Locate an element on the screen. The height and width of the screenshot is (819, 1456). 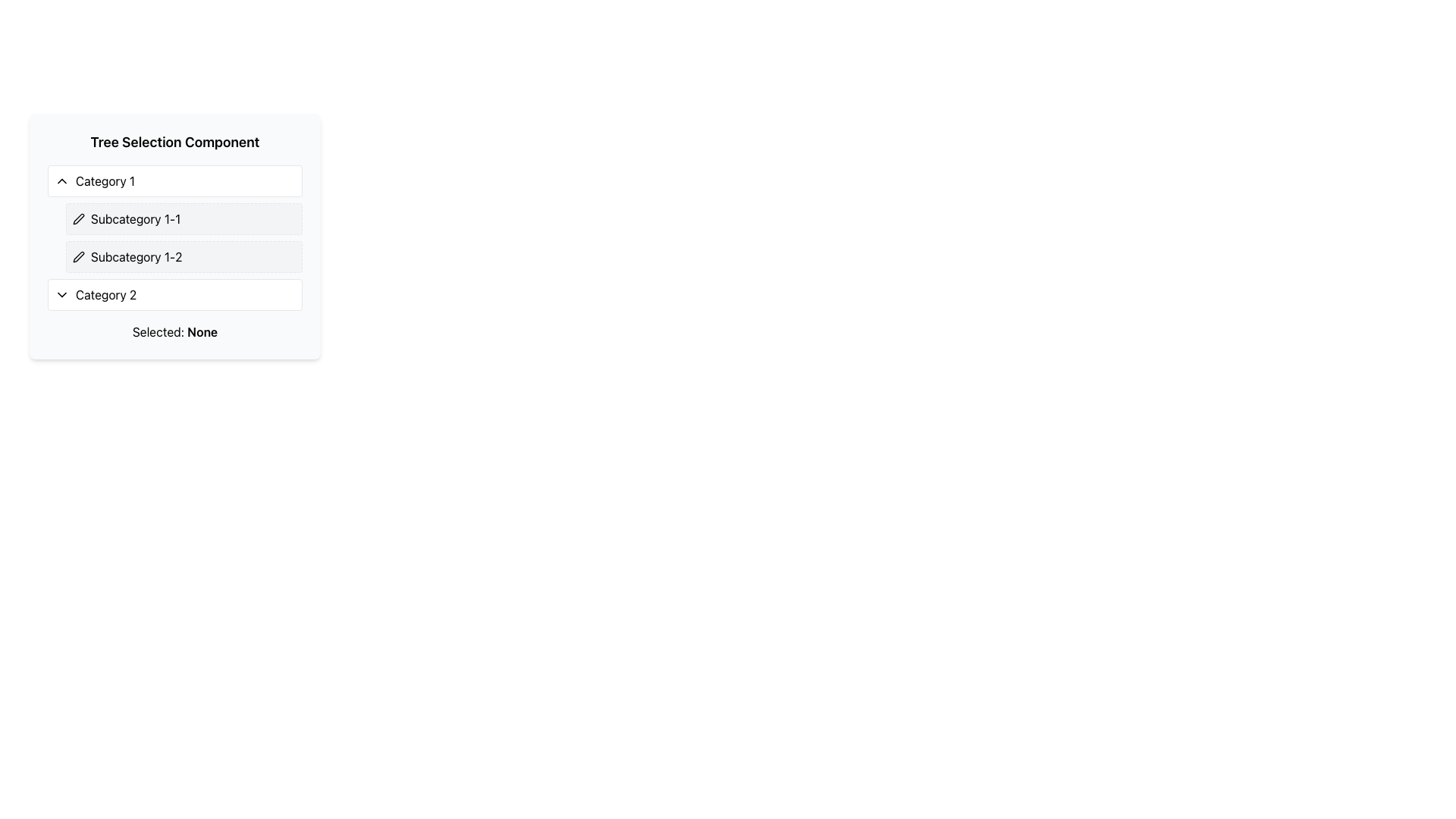
the first subcategory item within 'Category 1' is located at coordinates (184, 219).